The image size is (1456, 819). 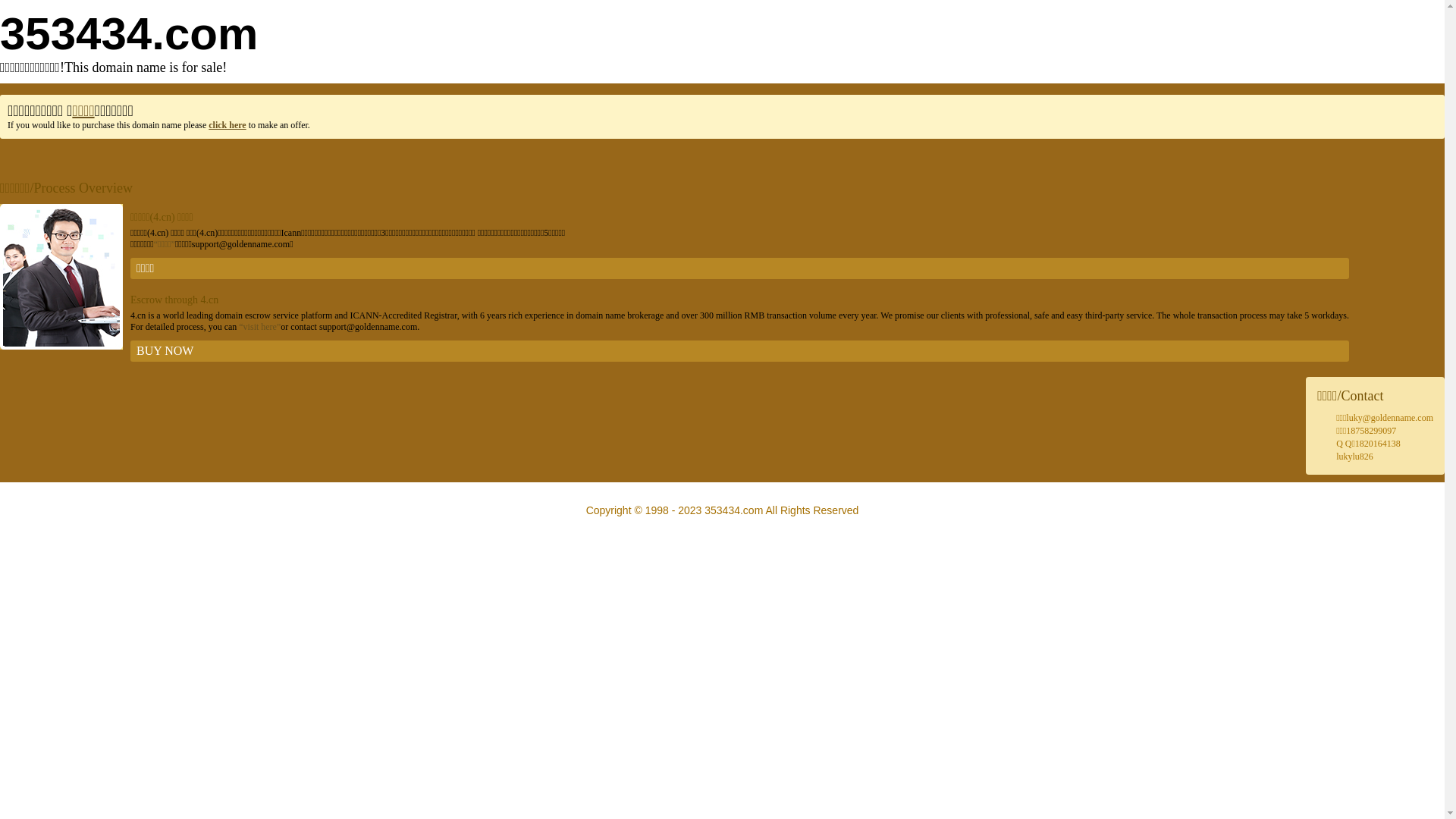 I want to click on 'click here', so click(x=226, y=124).